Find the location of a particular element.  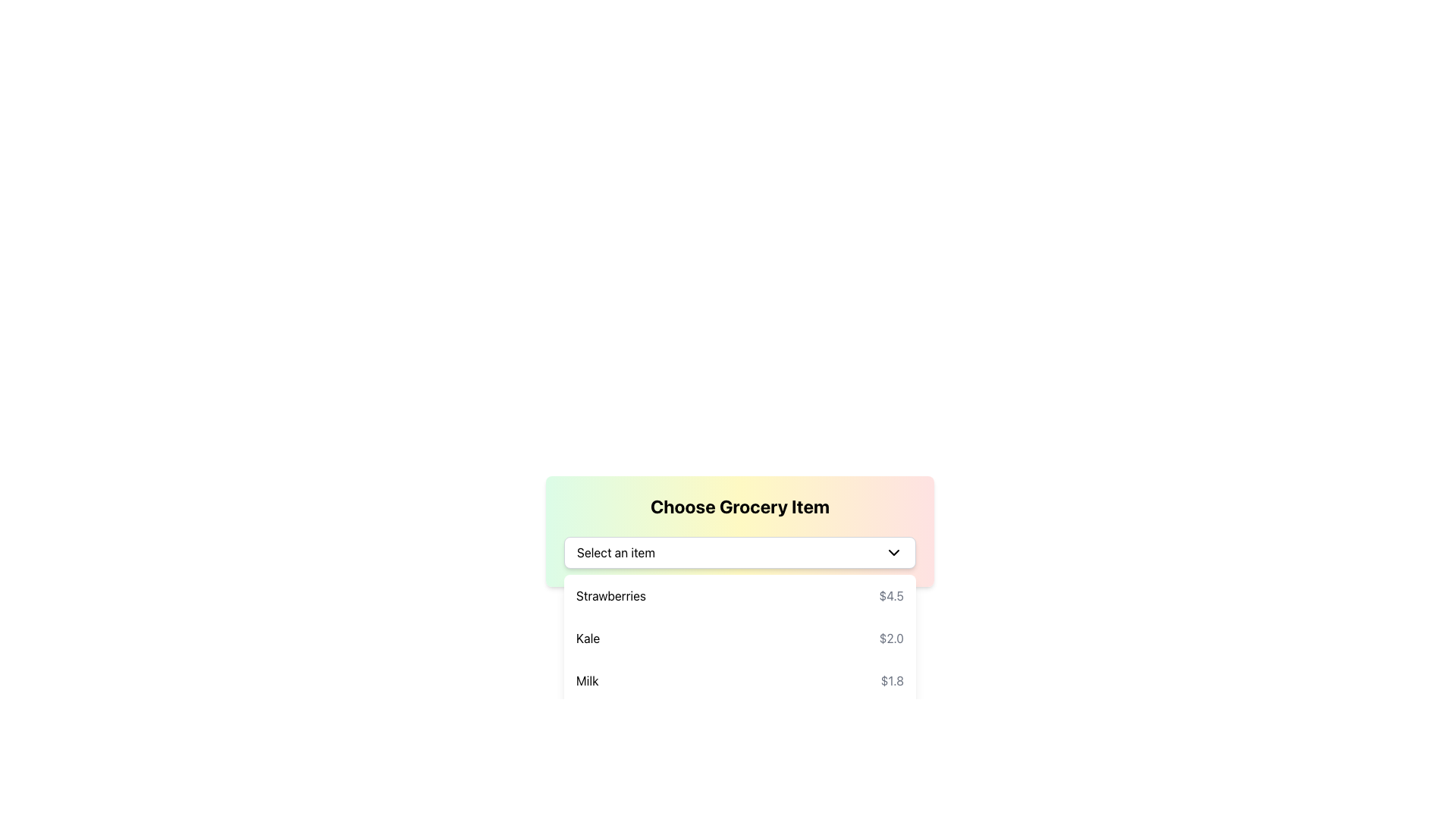

the dropdown menu option for 'Milk' priced at '$1.8', which is the third entry under 'Choose Grocery Item' is located at coordinates (739, 680).